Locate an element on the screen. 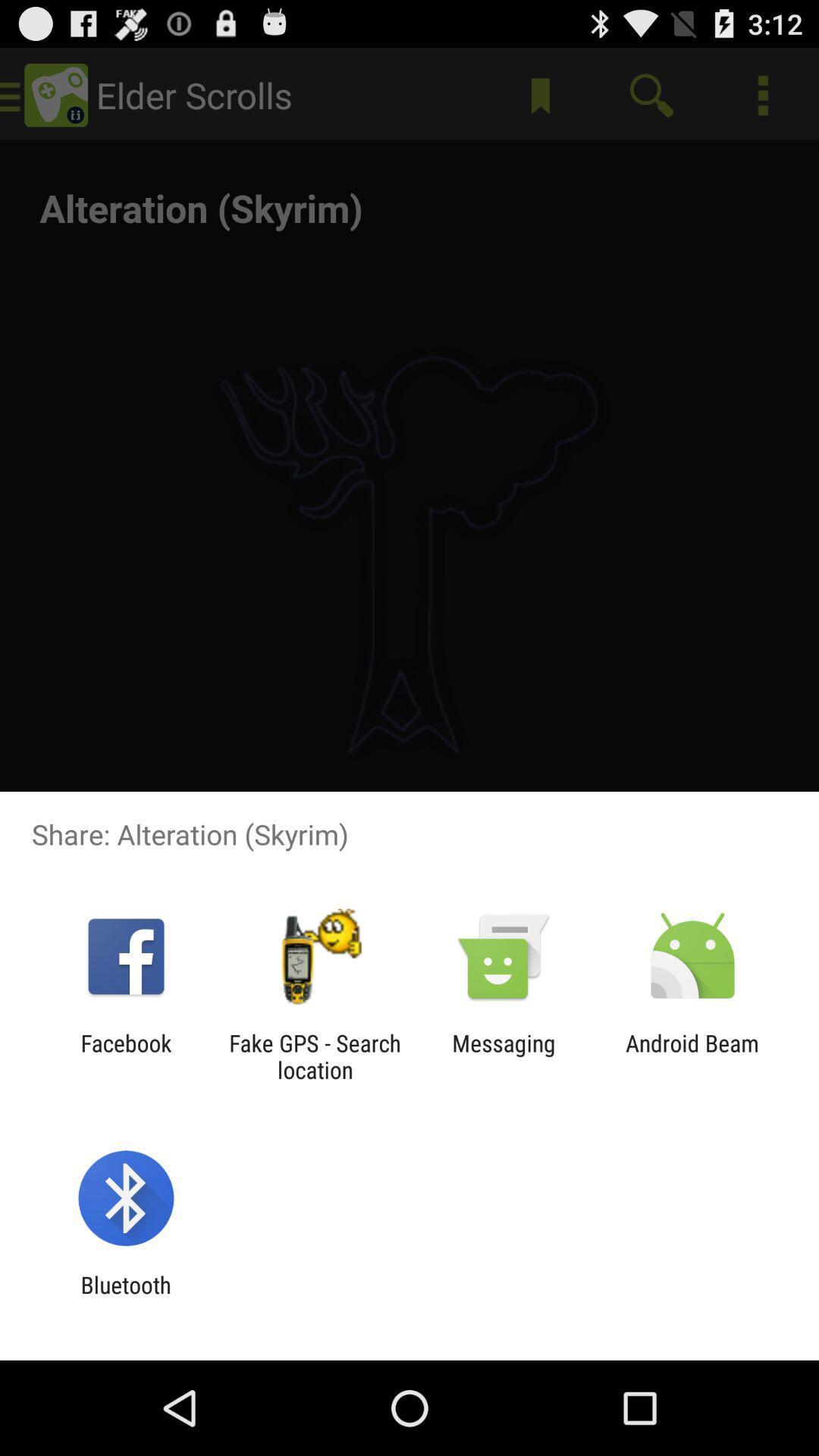 This screenshot has width=819, height=1456. the app to the right of the messaging is located at coordinates (692, 1056).